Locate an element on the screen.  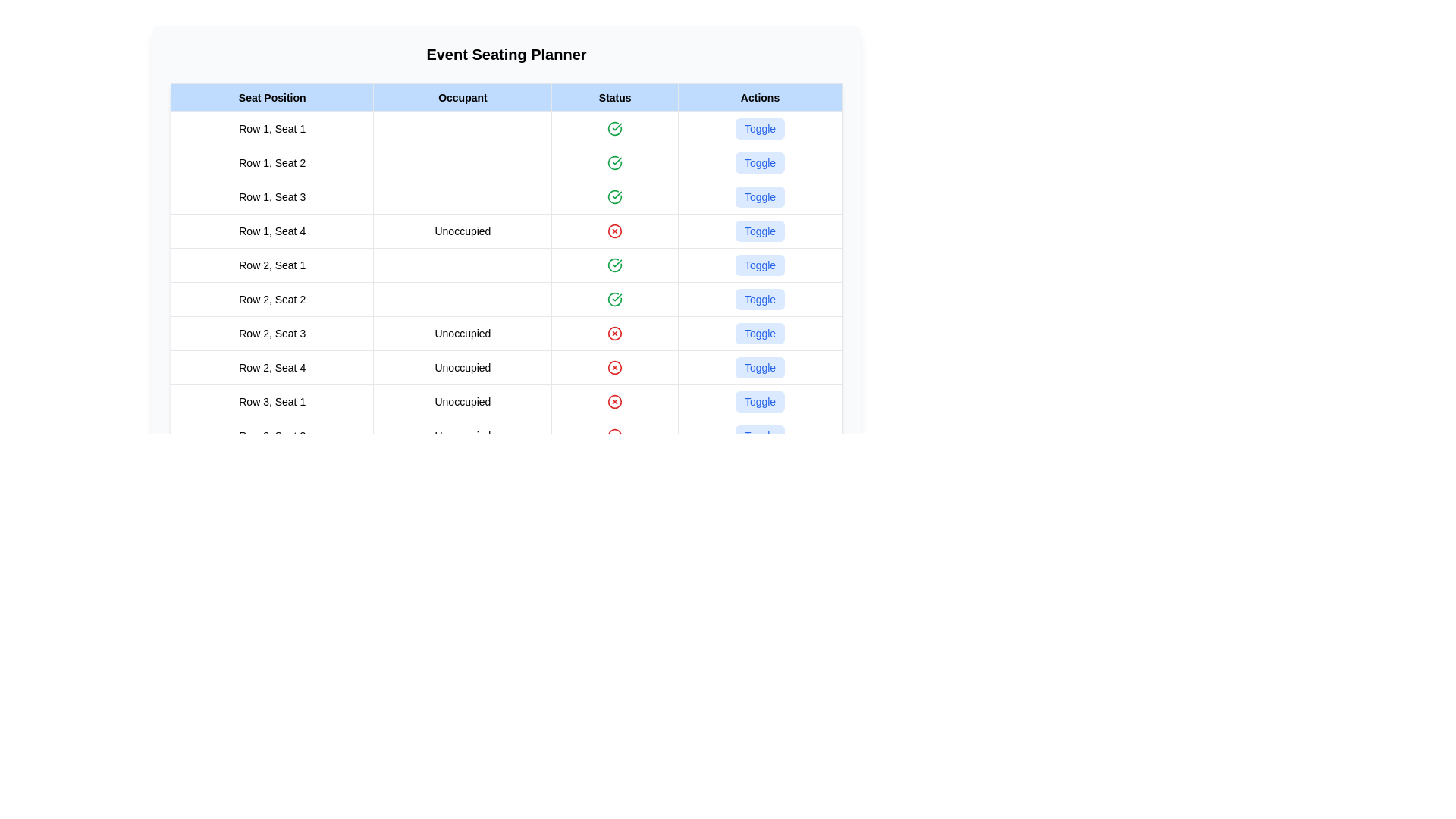
the interactive button in the last cell of 'Row 3, Seat 3' in the 'Actions' column is located at coordinates (760, 469).